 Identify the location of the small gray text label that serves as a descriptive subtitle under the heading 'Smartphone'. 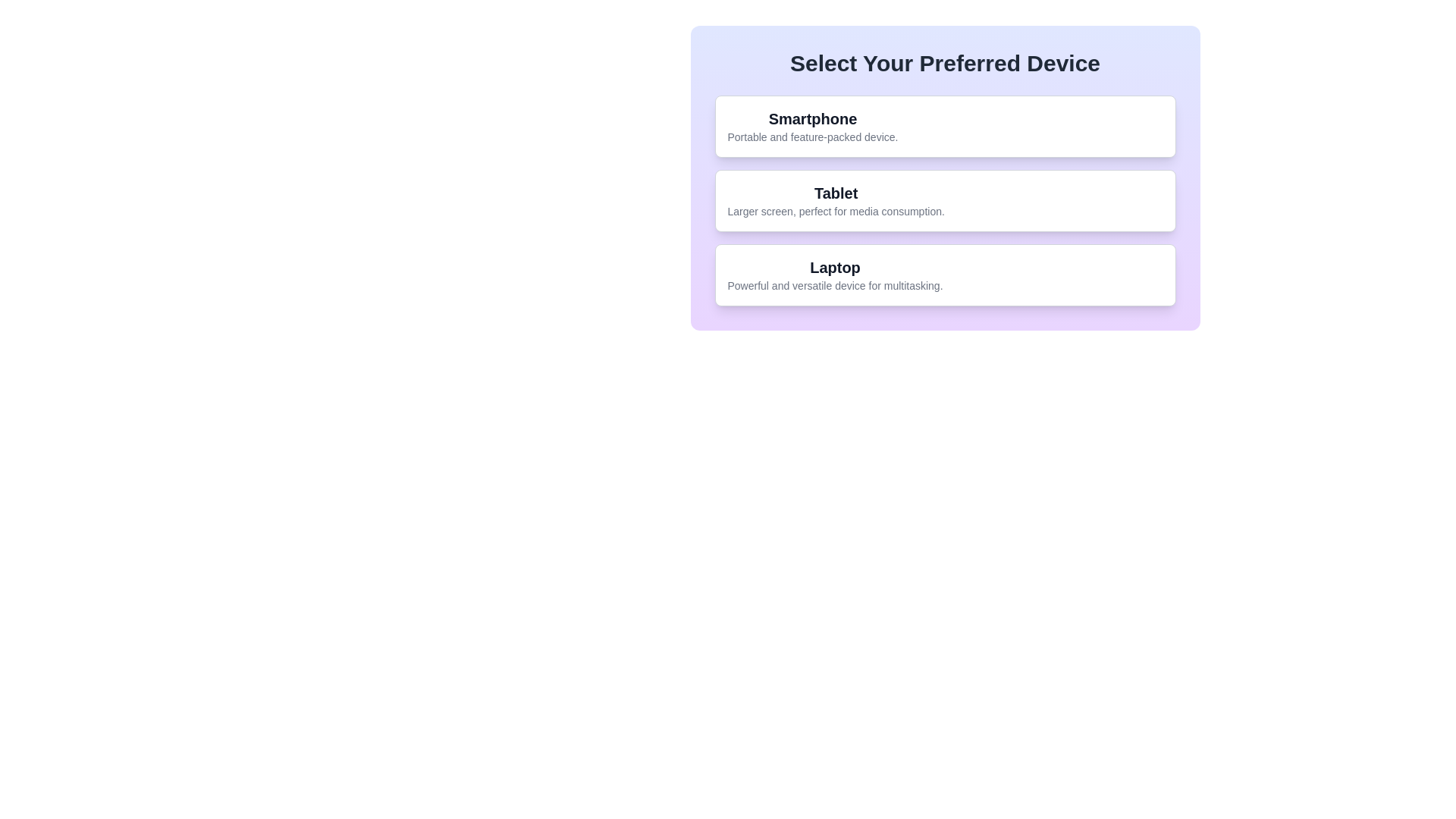
(811, 137).